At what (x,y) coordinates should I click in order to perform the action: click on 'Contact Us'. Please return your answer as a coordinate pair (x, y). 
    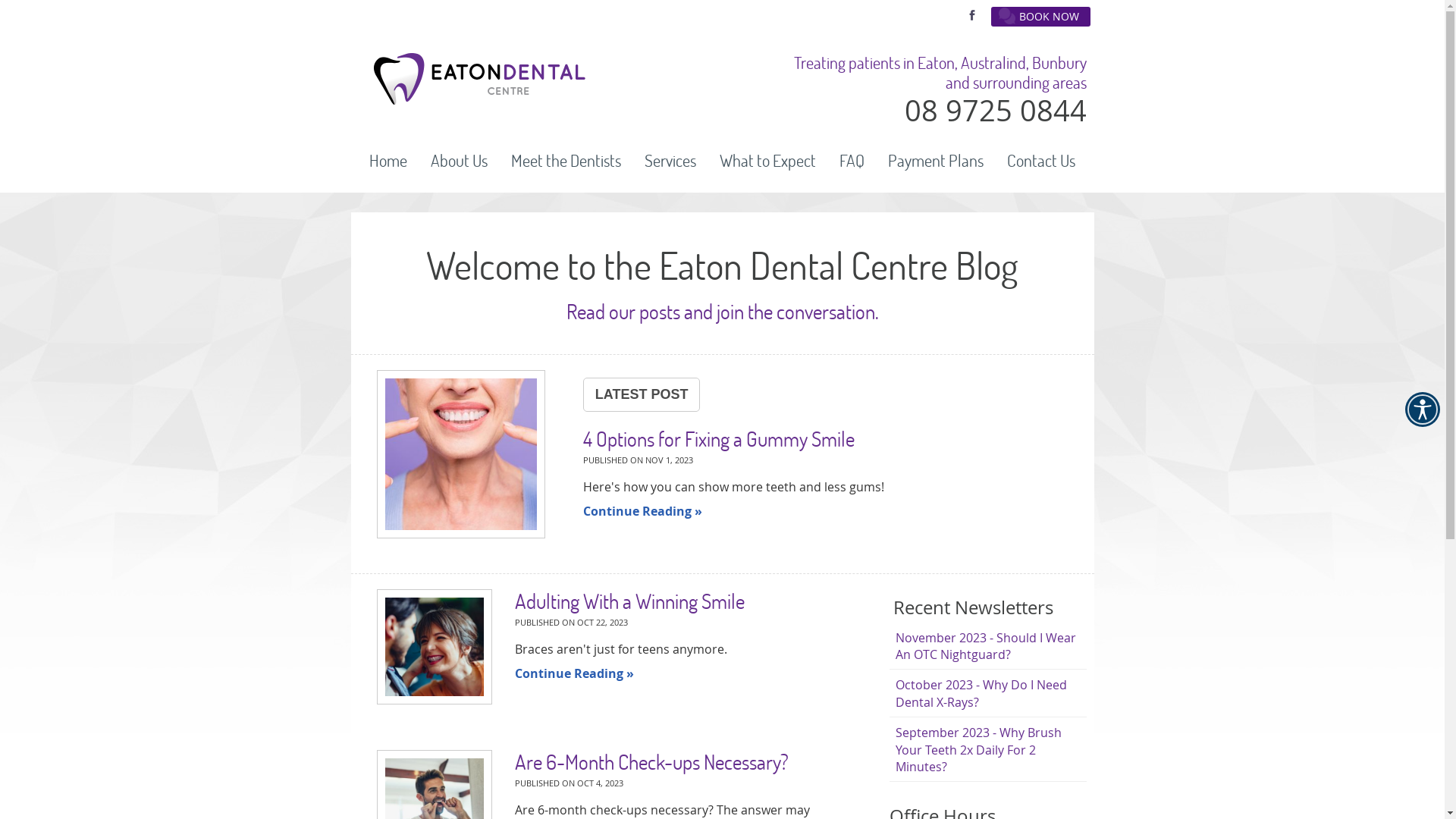
    Looking at the image, I should click on (1040, 161).